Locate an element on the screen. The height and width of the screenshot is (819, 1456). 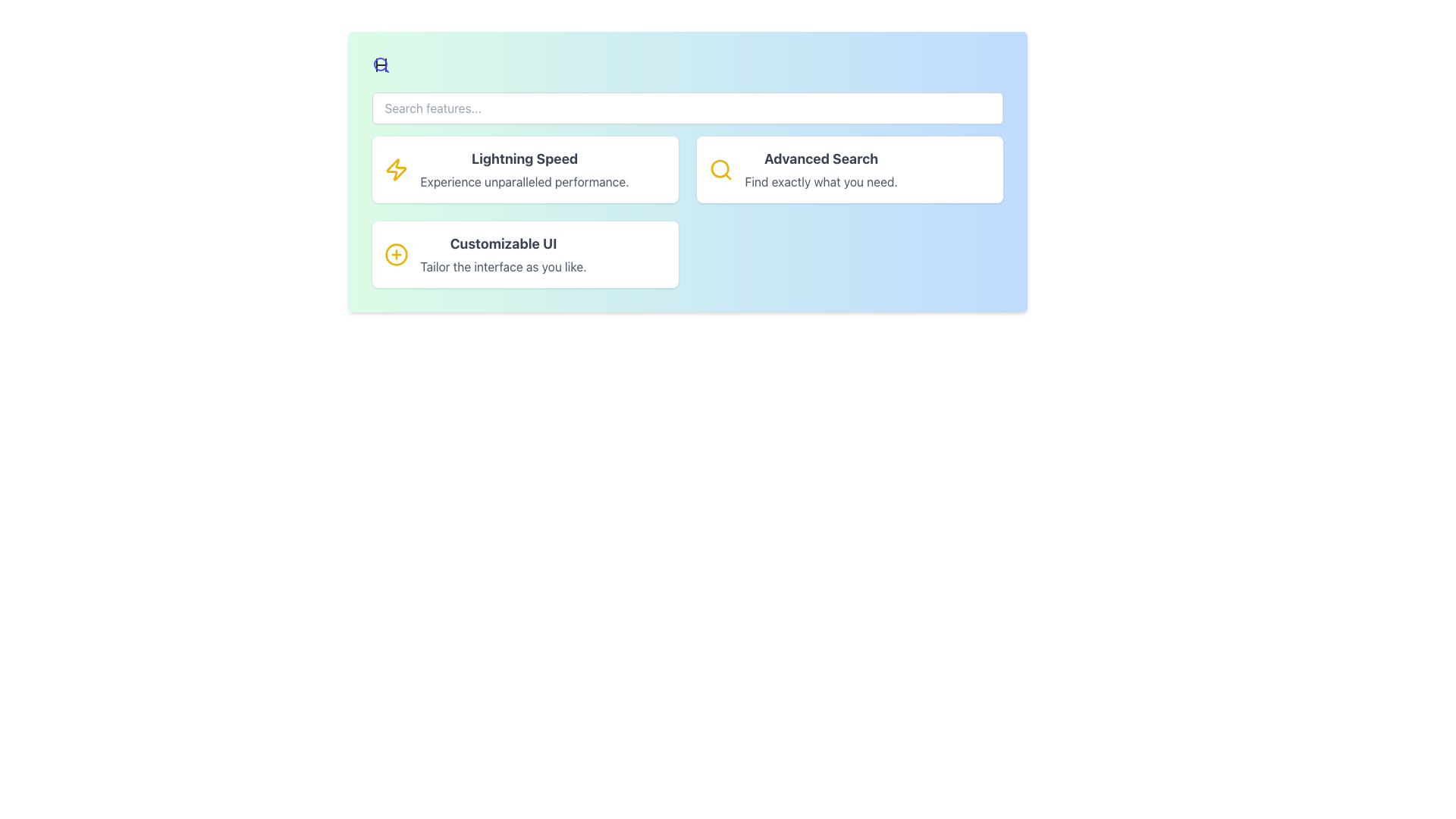
information presented in the 'Customizable UI' text content, which is displayed in bold and larger font above the subtitle in a smaller and lighter text, located within the third card from the left under the search bar is located at coordinates (504, 253).